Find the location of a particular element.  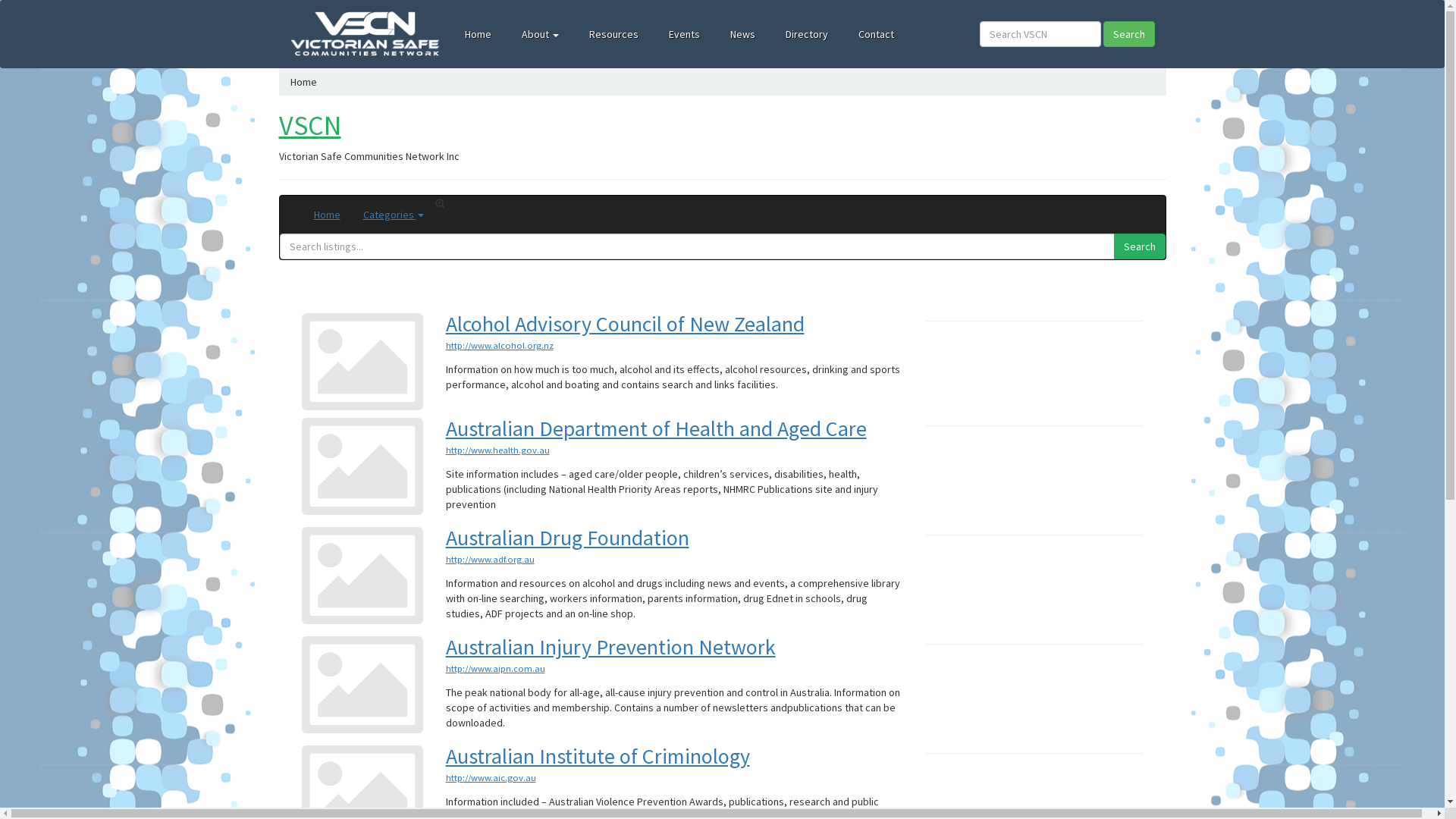

'http://www.health.gov.au' is located at coordinates (497, 449).